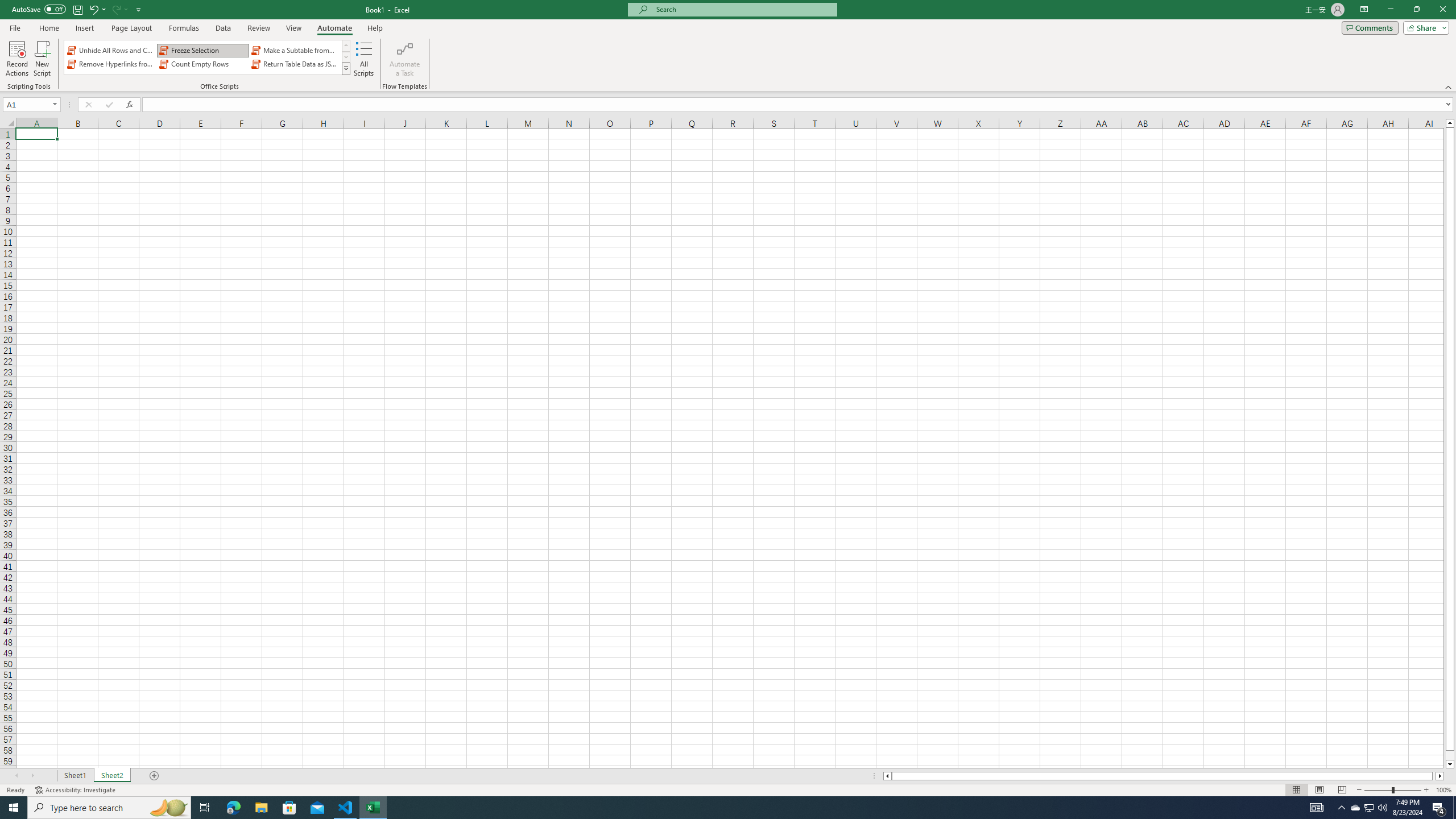 The image size is (1456, 819). I want to click on 'Collapse the Ribbon', so click(1449, 87).